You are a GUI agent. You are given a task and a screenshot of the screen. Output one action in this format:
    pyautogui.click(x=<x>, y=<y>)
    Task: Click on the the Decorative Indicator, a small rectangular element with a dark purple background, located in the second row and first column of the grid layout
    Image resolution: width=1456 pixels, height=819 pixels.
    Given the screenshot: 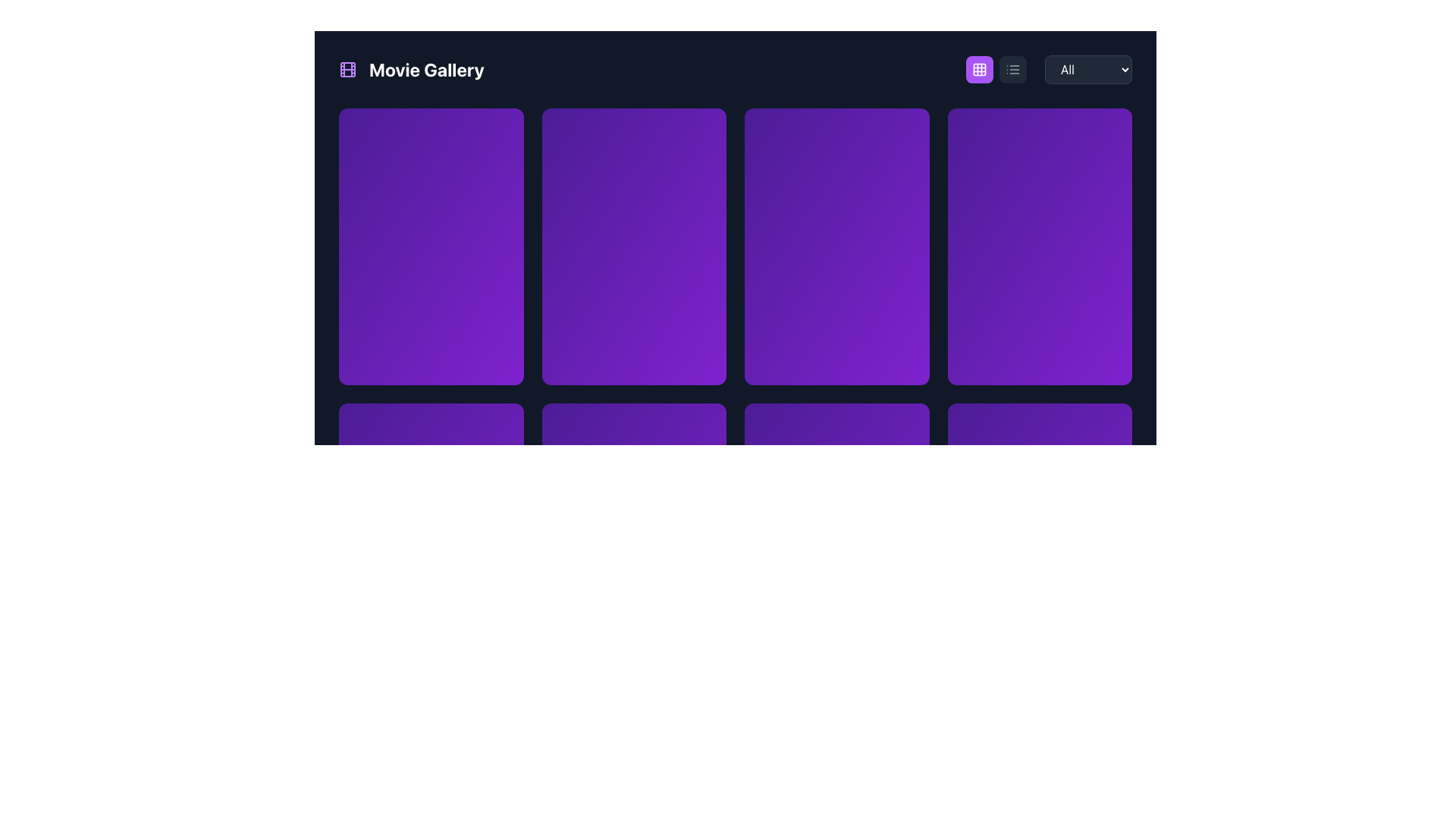 What is the action you would take?
    pyautogui.click(x=430, y=428)
    